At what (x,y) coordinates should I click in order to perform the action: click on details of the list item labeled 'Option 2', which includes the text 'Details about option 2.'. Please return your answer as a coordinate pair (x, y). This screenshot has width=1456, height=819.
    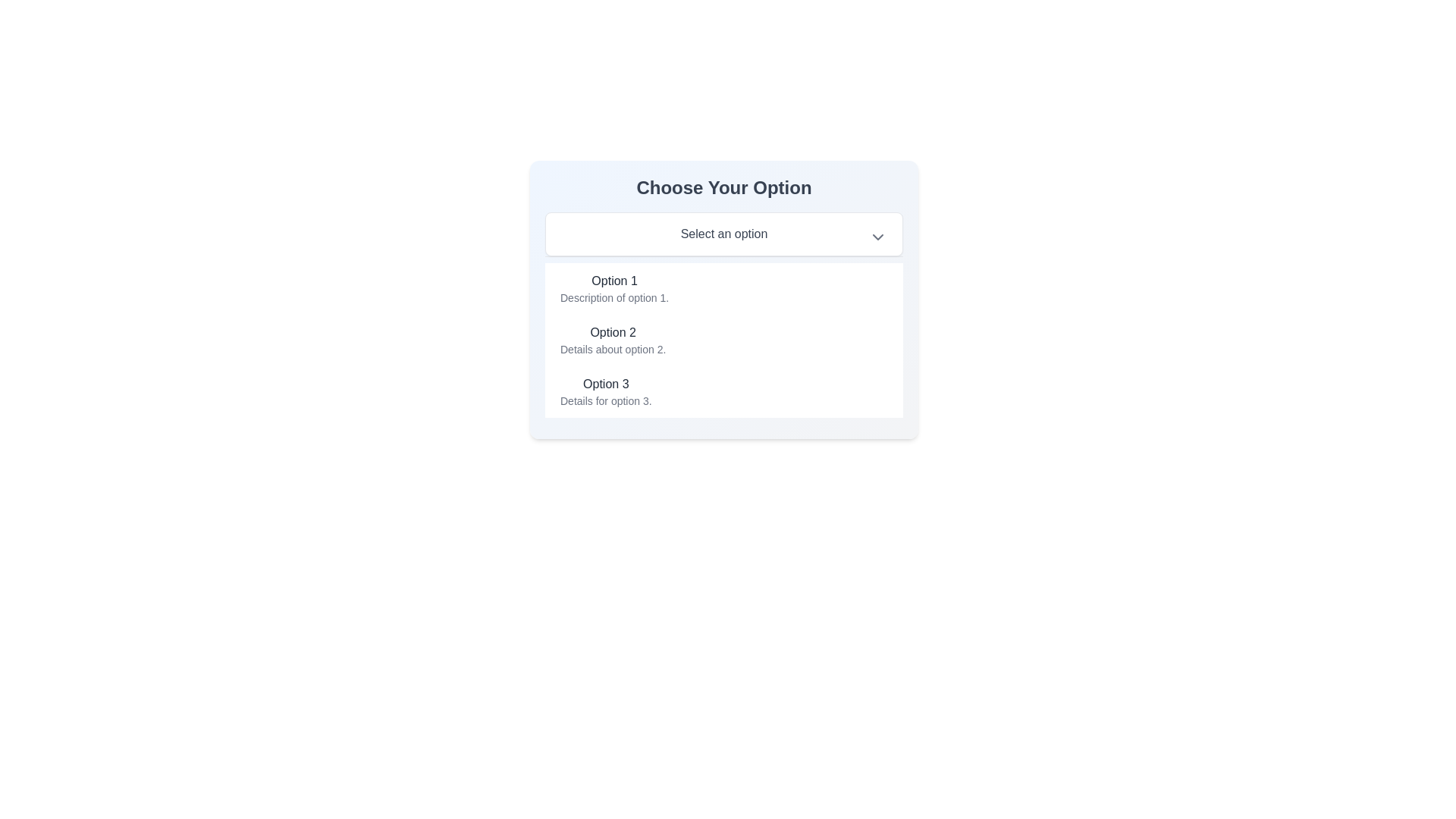
    Looking at the image, I should click on (613, 339).